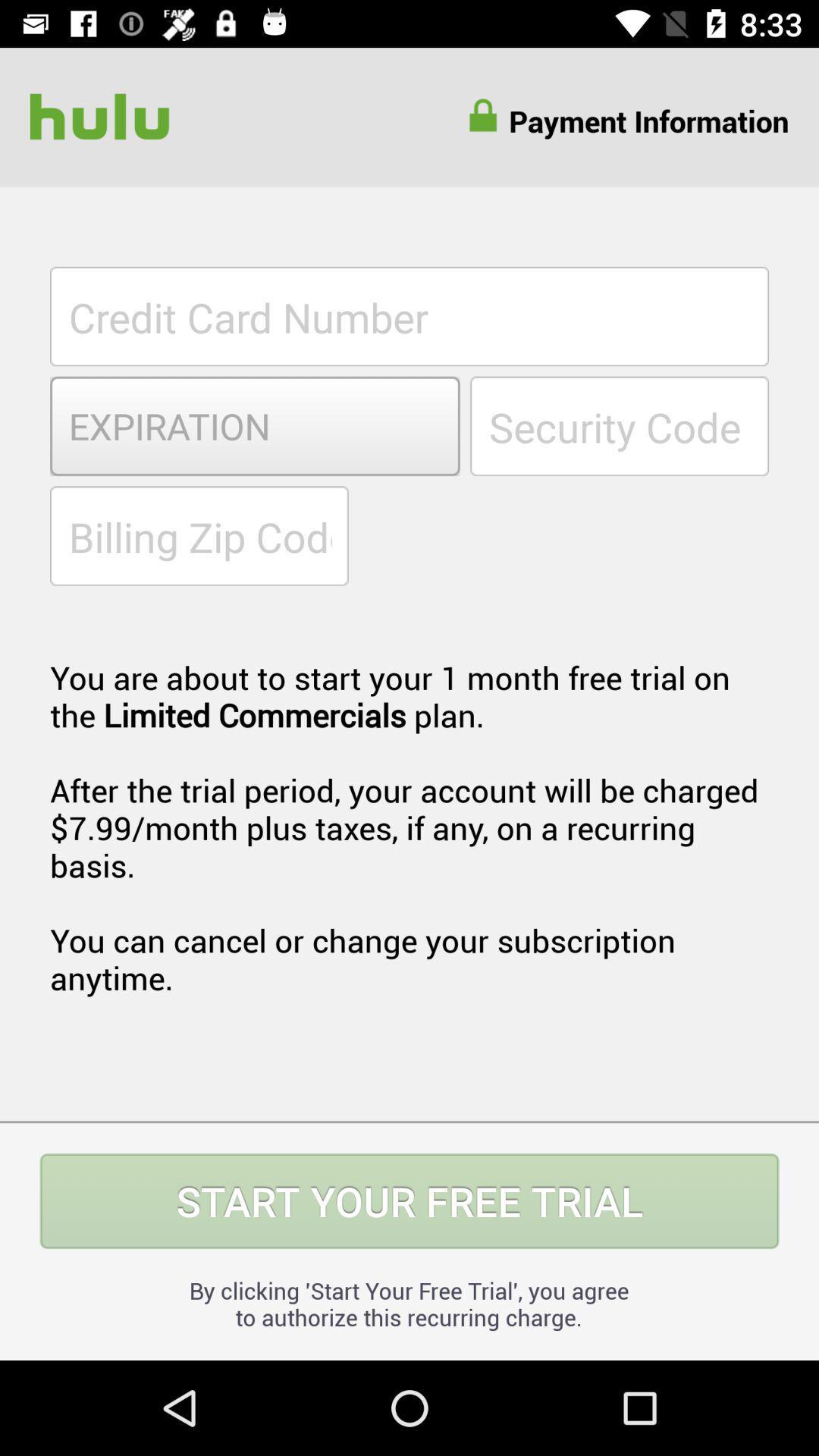 The height and width of the screenshot is (1456, 819). What do you see at coordinates (620, 425) in the screenshot?
I see `button to enter your security code` at bounding box center [620, 425].